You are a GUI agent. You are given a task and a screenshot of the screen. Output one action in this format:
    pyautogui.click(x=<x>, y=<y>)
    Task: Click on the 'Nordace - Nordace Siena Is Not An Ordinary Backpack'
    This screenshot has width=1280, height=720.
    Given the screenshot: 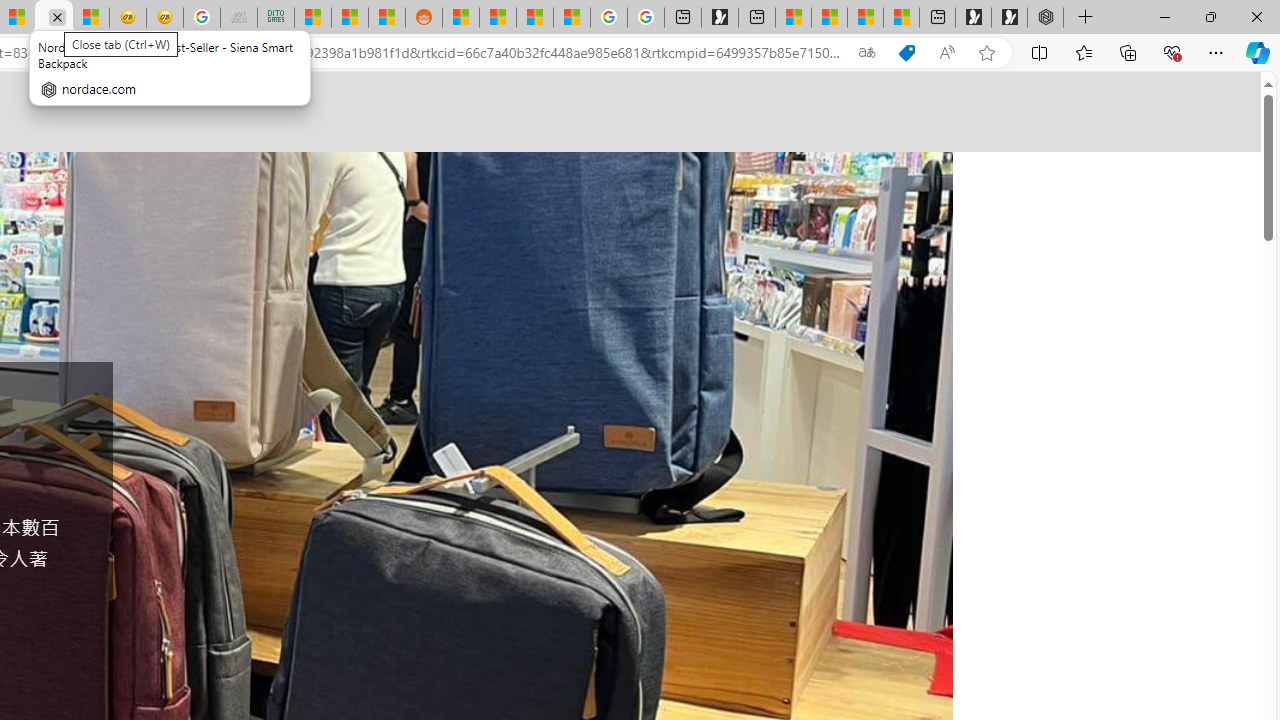 What is the action you would take?
    pyautogui.click(x=1044, y=17)
    